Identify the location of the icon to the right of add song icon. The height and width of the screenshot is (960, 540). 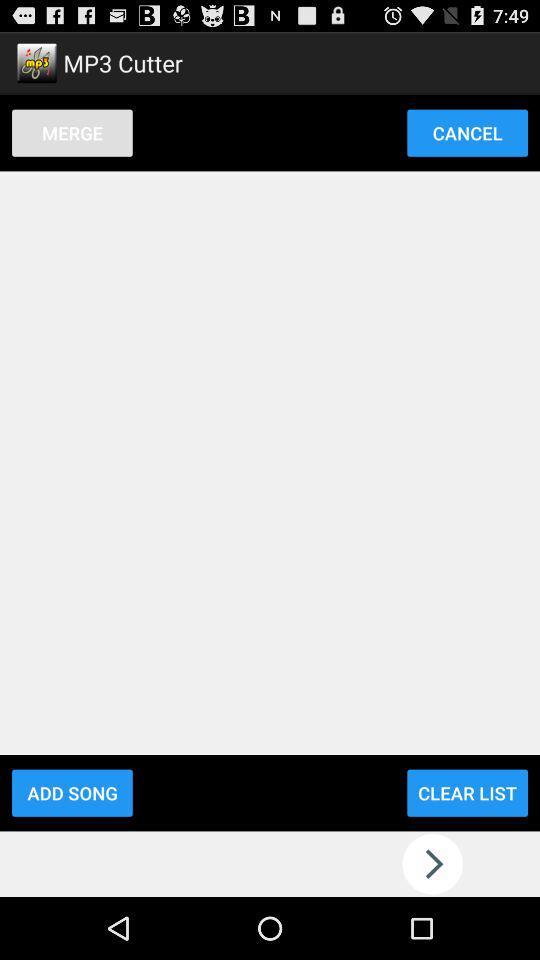
(467, 793).